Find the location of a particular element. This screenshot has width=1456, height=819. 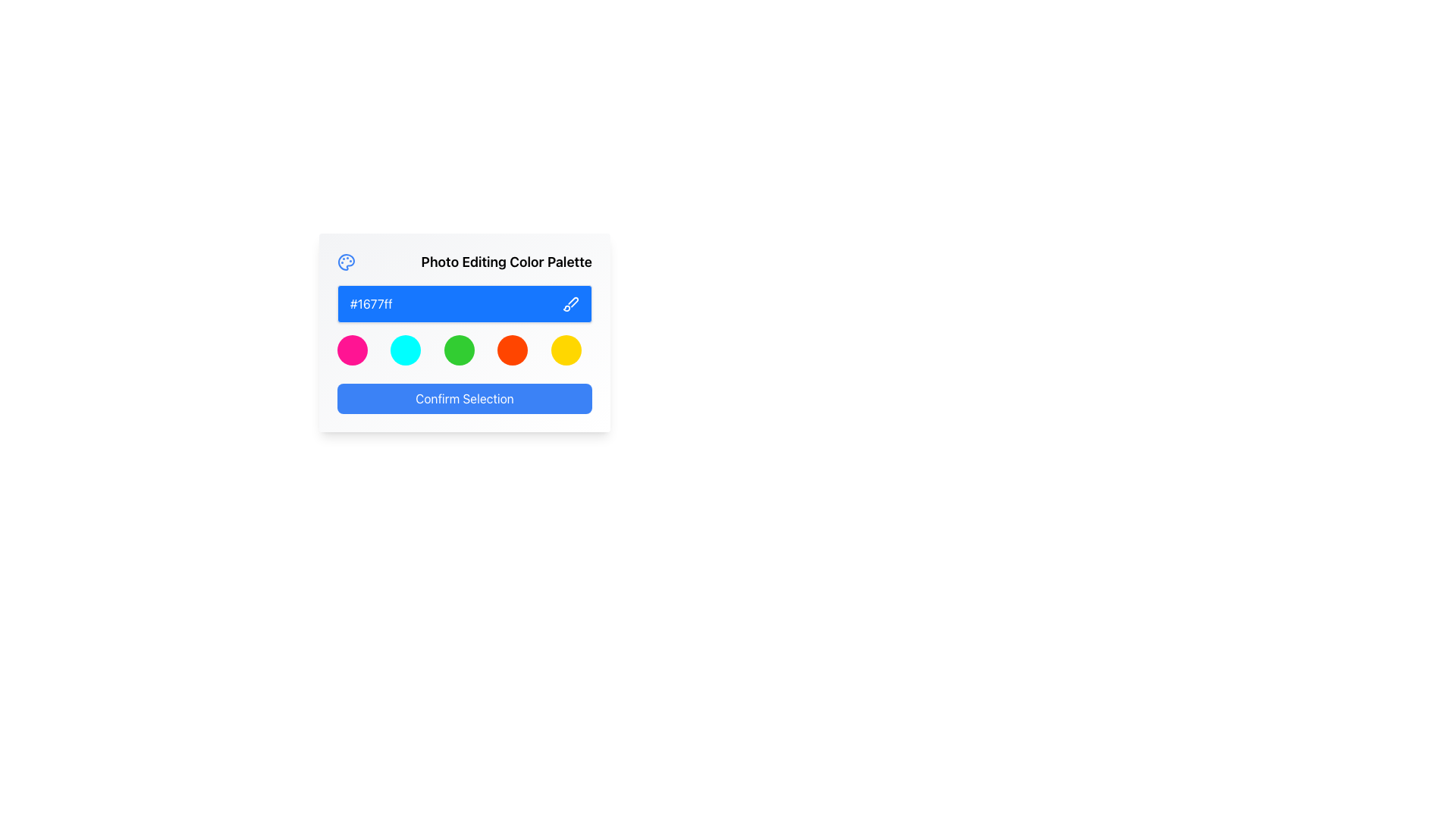

the third circular color selection button in the color palette is located at coordinates (458, 350).